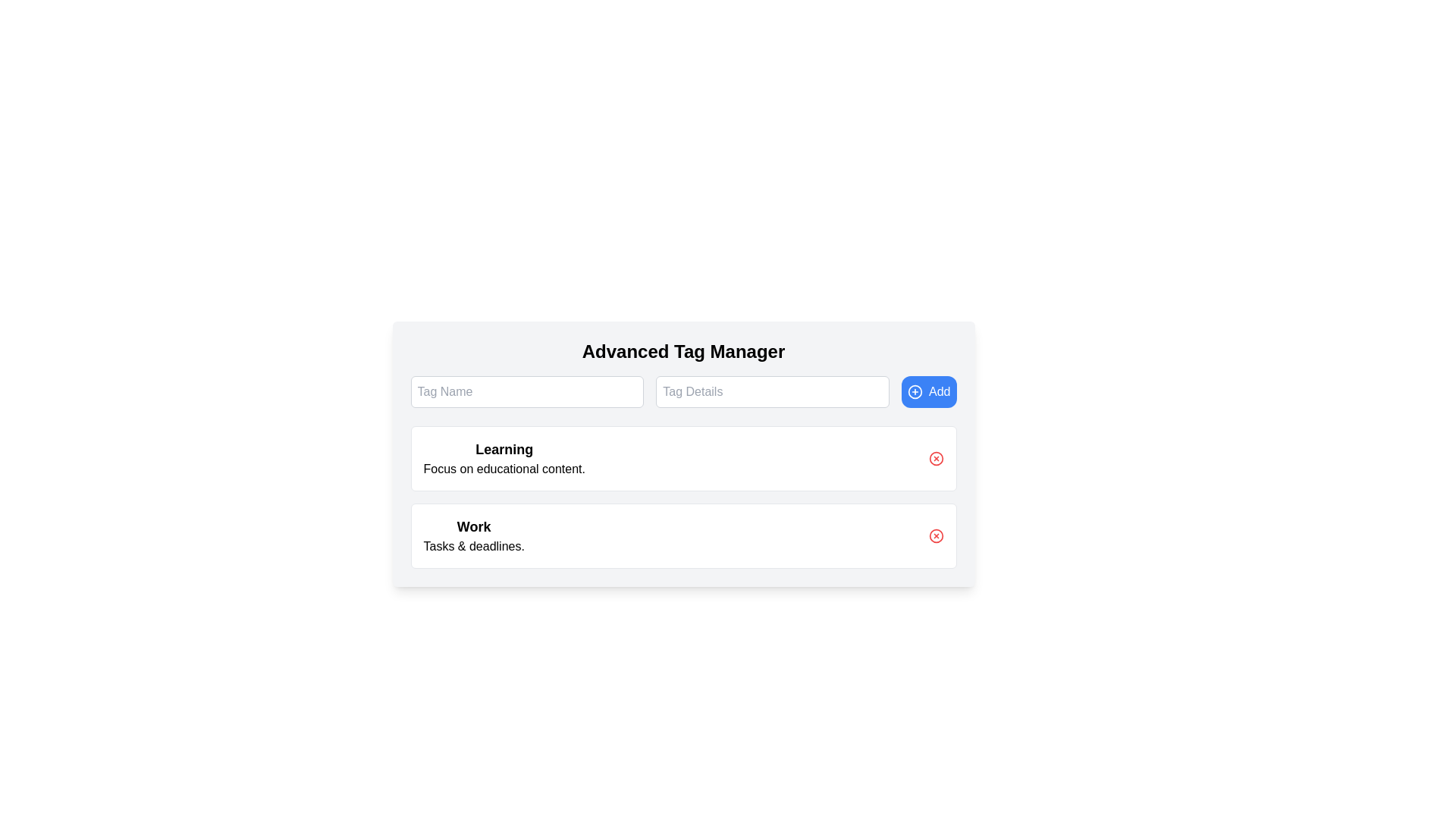 The height and width of the screenshot is (819, 1456). Describe the element at coordinates (504, 458) in the screenshot. I see `the Text block labeled 'Learning' with the description 'Focus on educational content', located in the first card of a vertical list near the upper half of the interface` at that location.